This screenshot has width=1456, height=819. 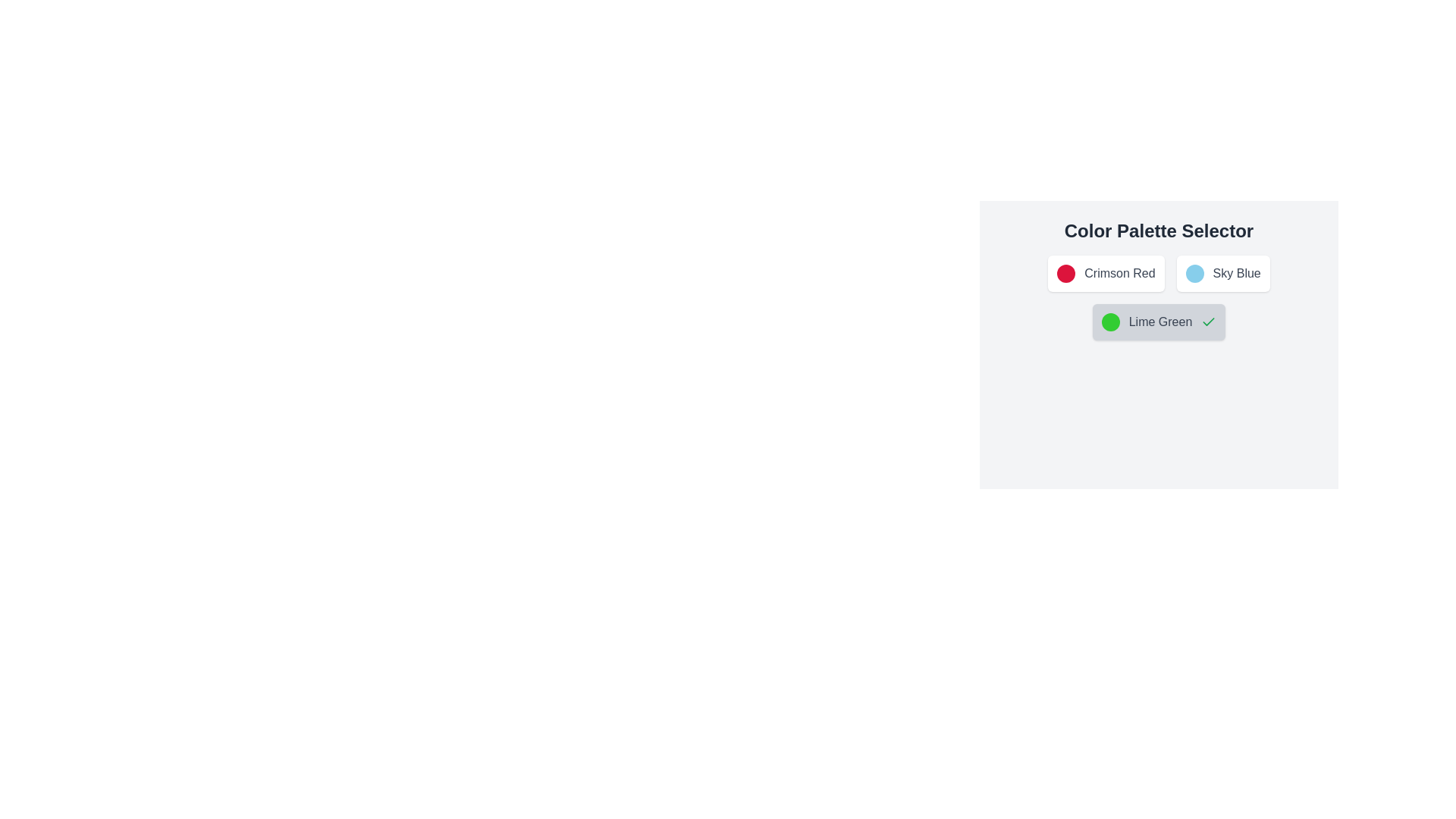 What do you see at coordinates (1223, 274) in the screenshot?
I see `the color palette item corresponding to Sky Blue to toggle its selection state` at bounding box center [1223, 274].